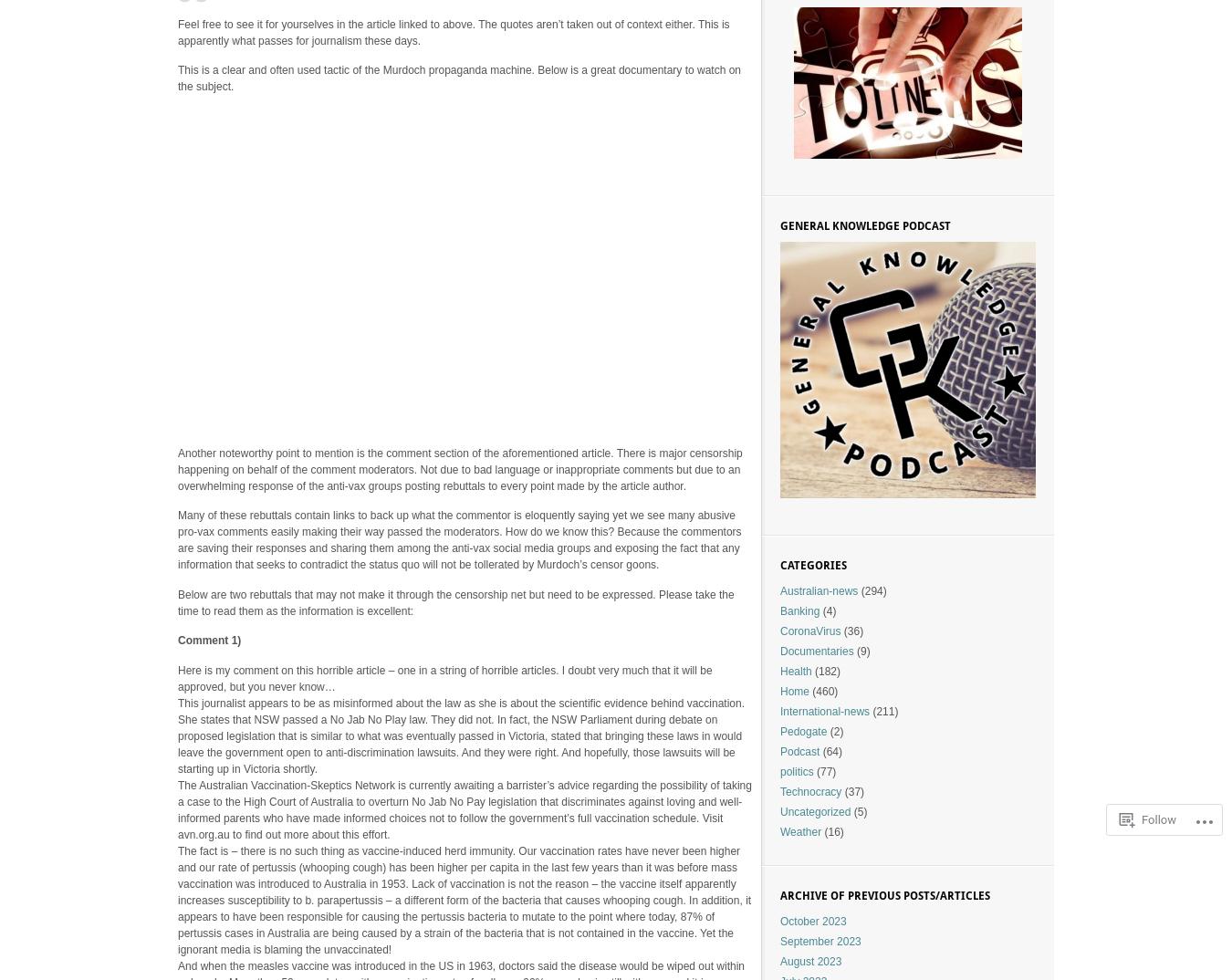 The height and width of the screenshot is (980, 1232). Describe the element at coordinates (803, 730) in the screenshot. I see `'Pedogate'` at that location.